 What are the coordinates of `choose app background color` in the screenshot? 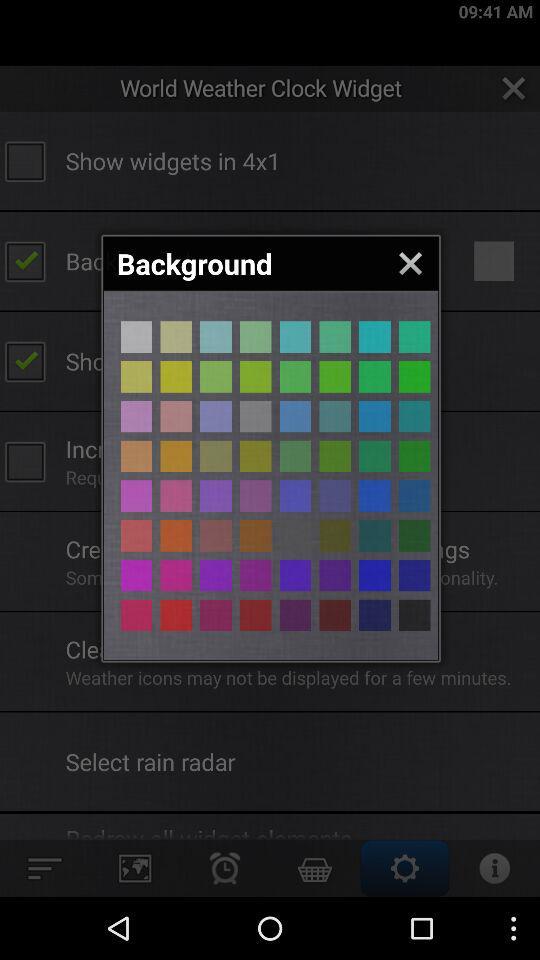 It's located at (294, 614).